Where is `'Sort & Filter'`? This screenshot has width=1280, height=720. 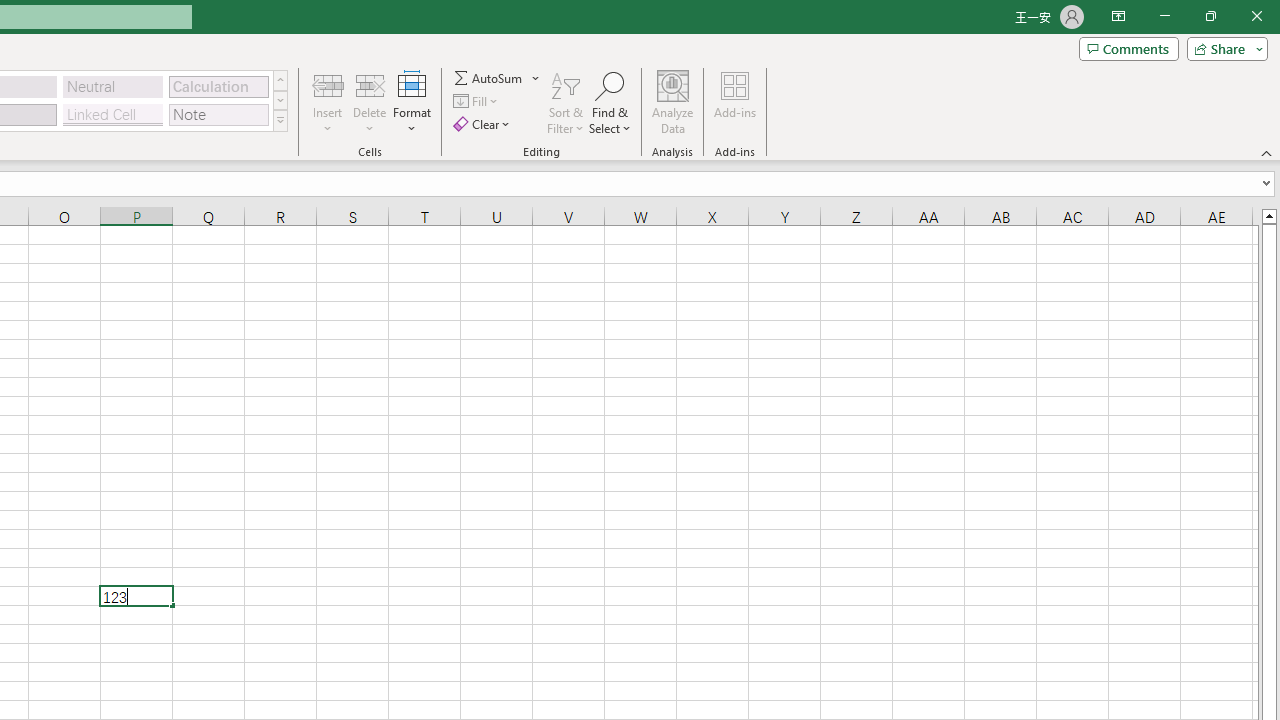
'Sort & Filter' is located at coordinates (565, 103).